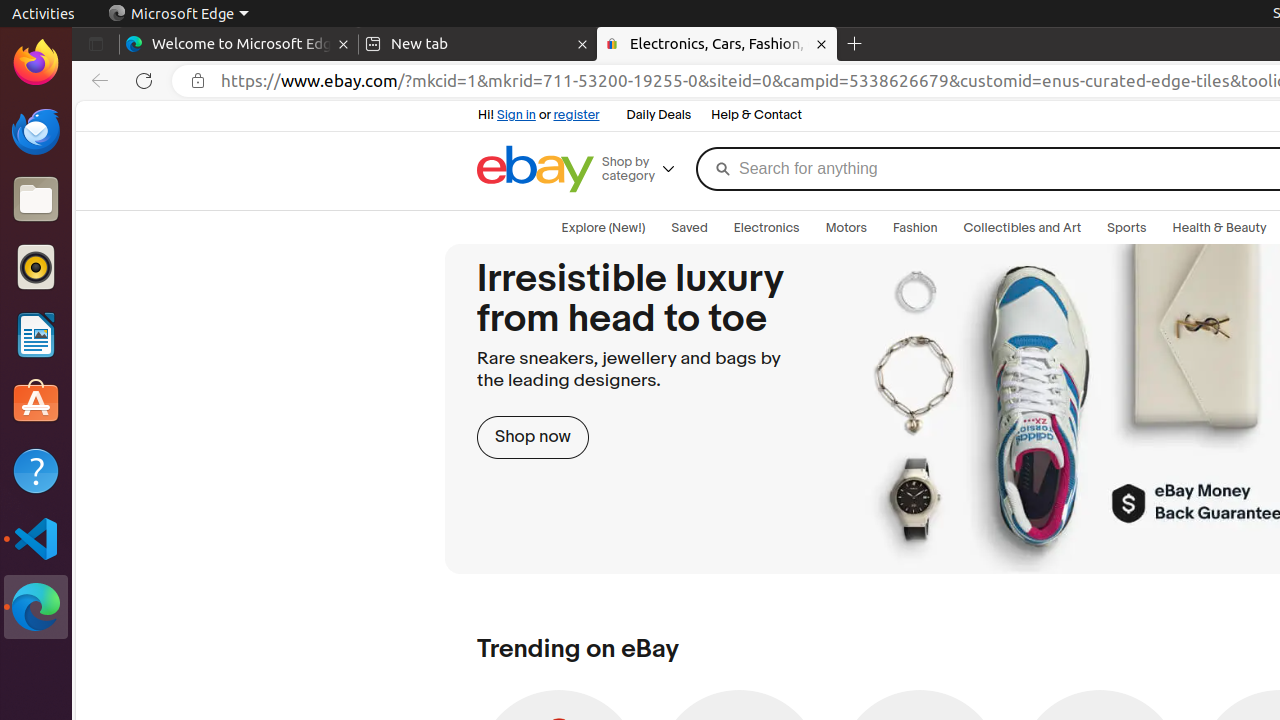 The width and height of the screenshot is (1280, 720). What do you see at coordinates (198, 80) in the screenshot?
I see `'View site information'` at bounding box center [198, 80].